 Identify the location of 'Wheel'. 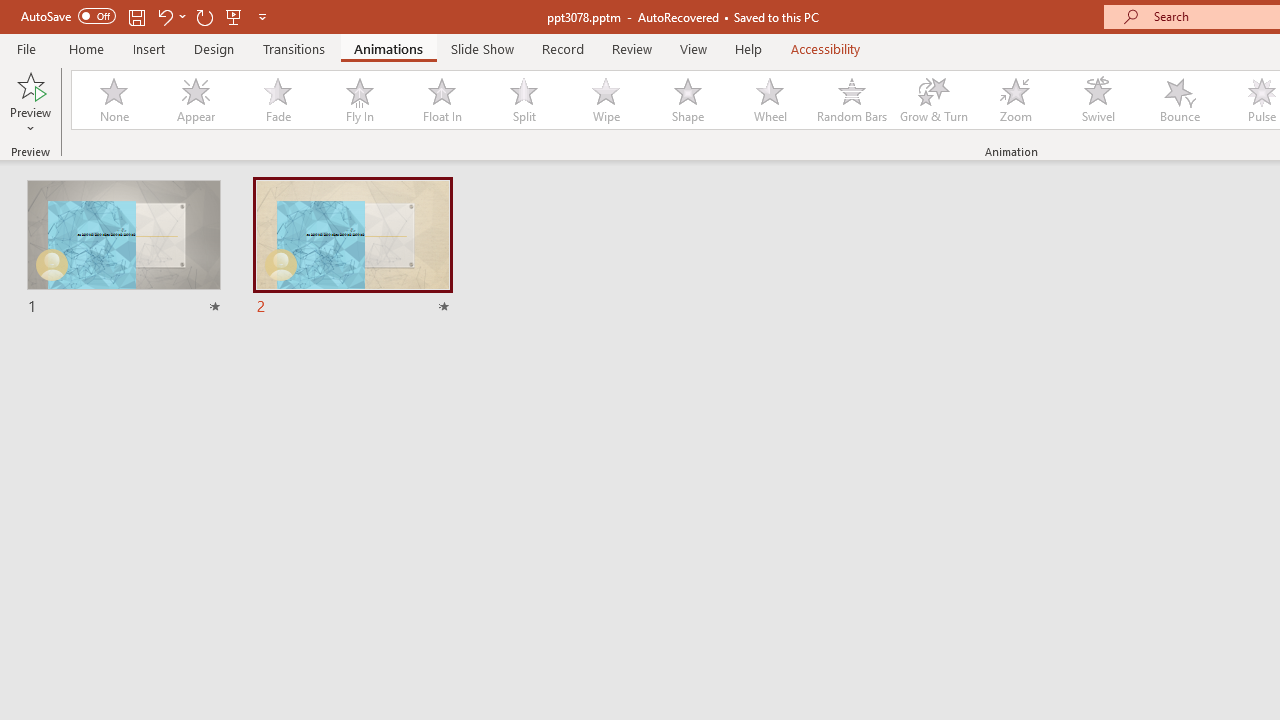
(769, 100).